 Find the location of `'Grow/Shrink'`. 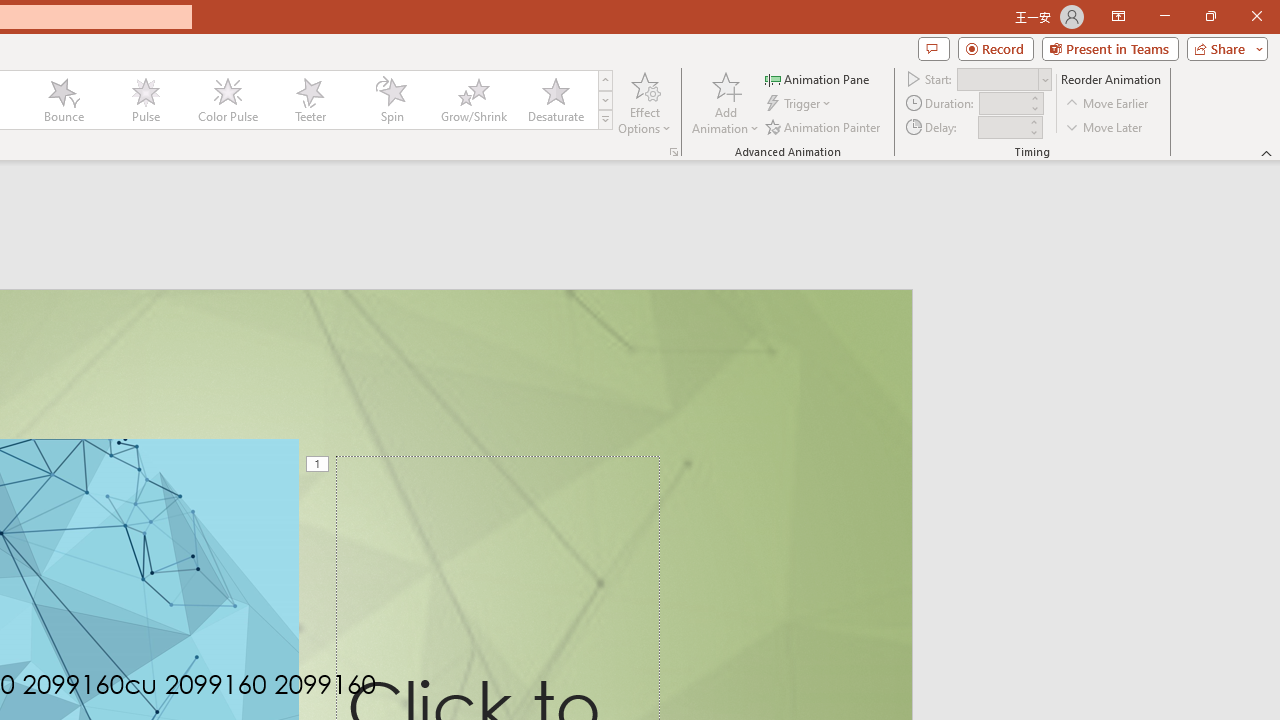

'Grow/Shrink' is located at coordinates (472, 100).